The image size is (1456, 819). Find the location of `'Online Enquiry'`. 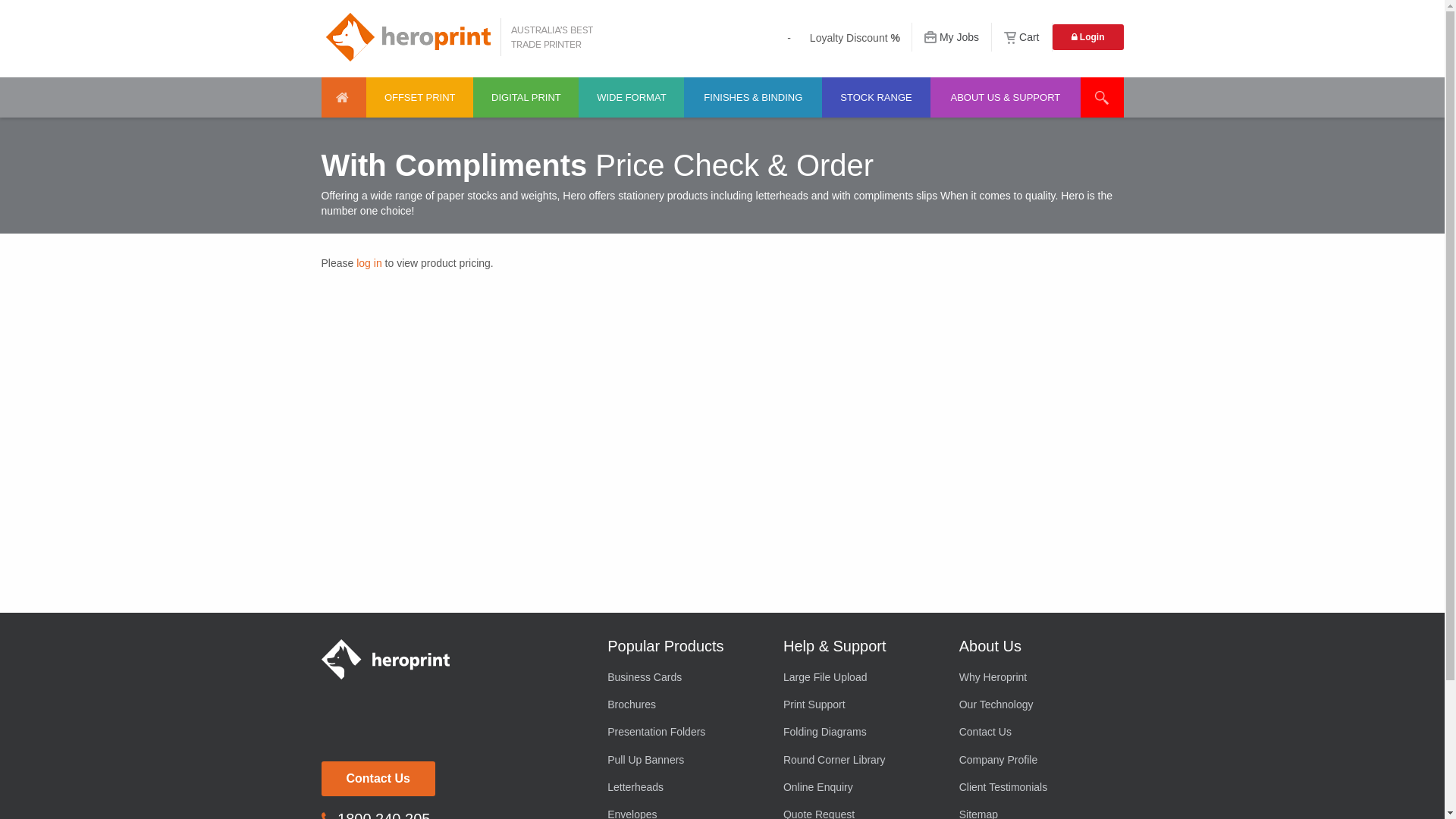

'Online Enquiry' is located at coordinates (859, 786).